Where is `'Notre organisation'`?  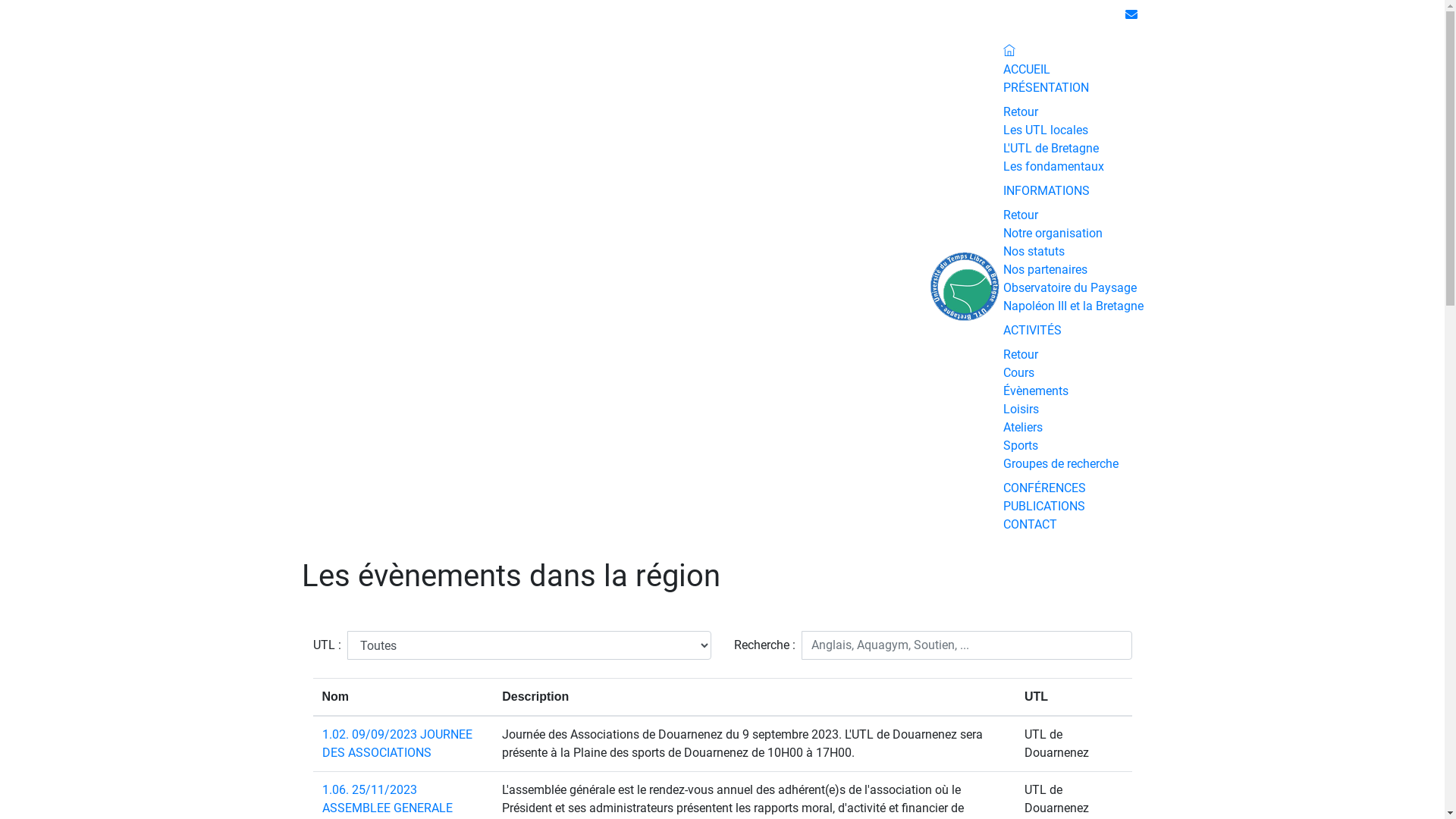 'Notre organisation' is located at coordinates (1051, 233).